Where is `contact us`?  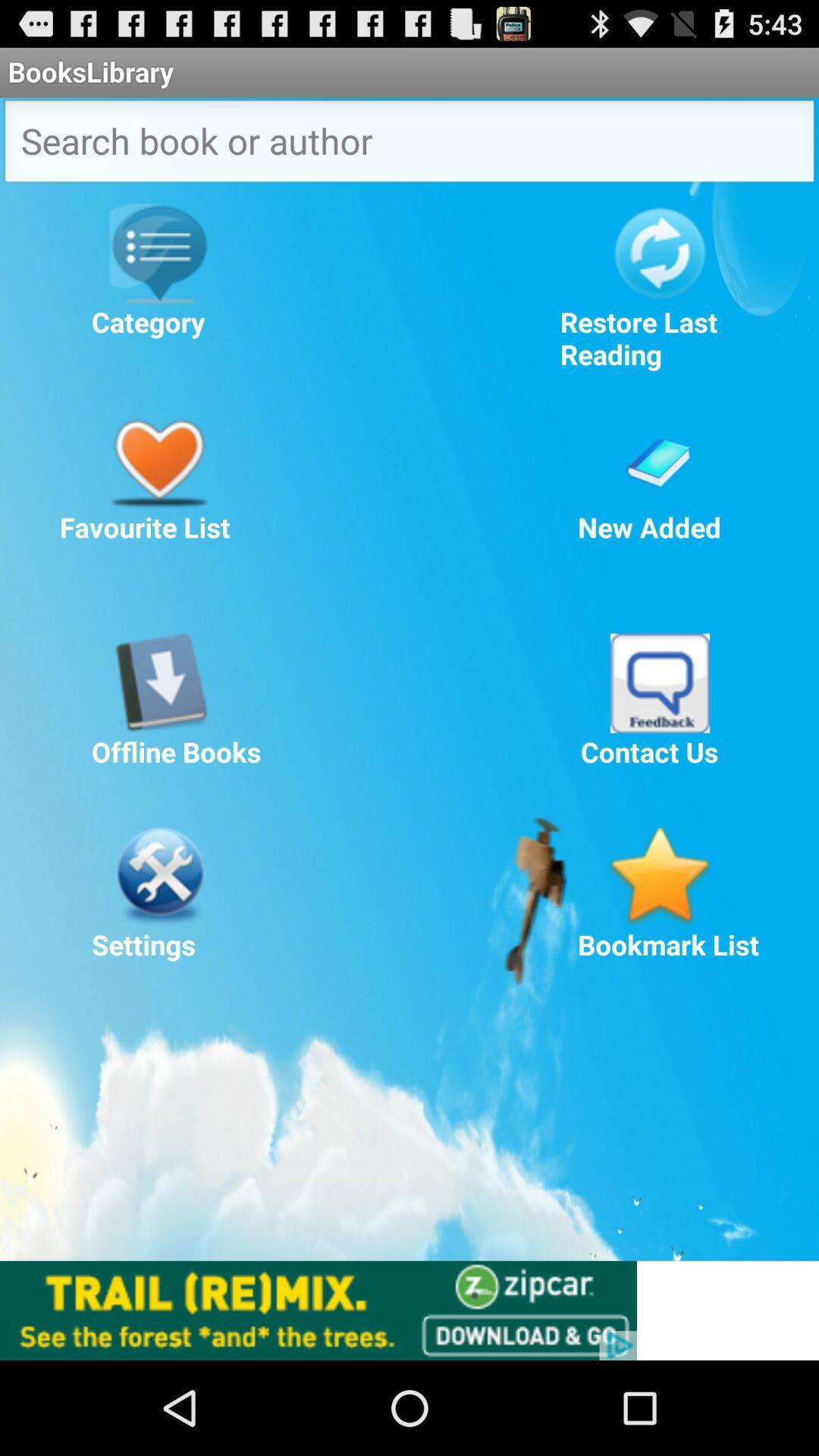
contact us is located at coordinates (659, 682).